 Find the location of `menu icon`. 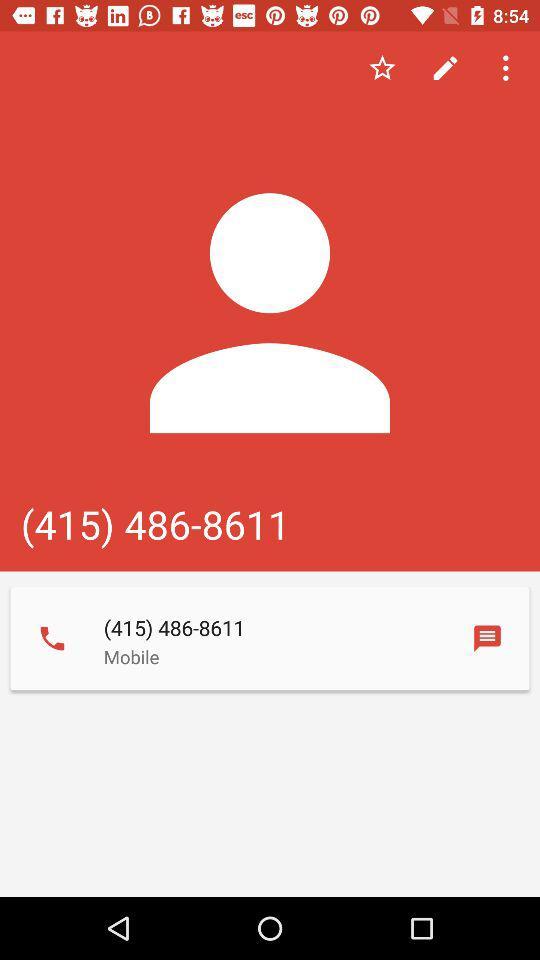

menu icon is located at coordinates (508, 68).